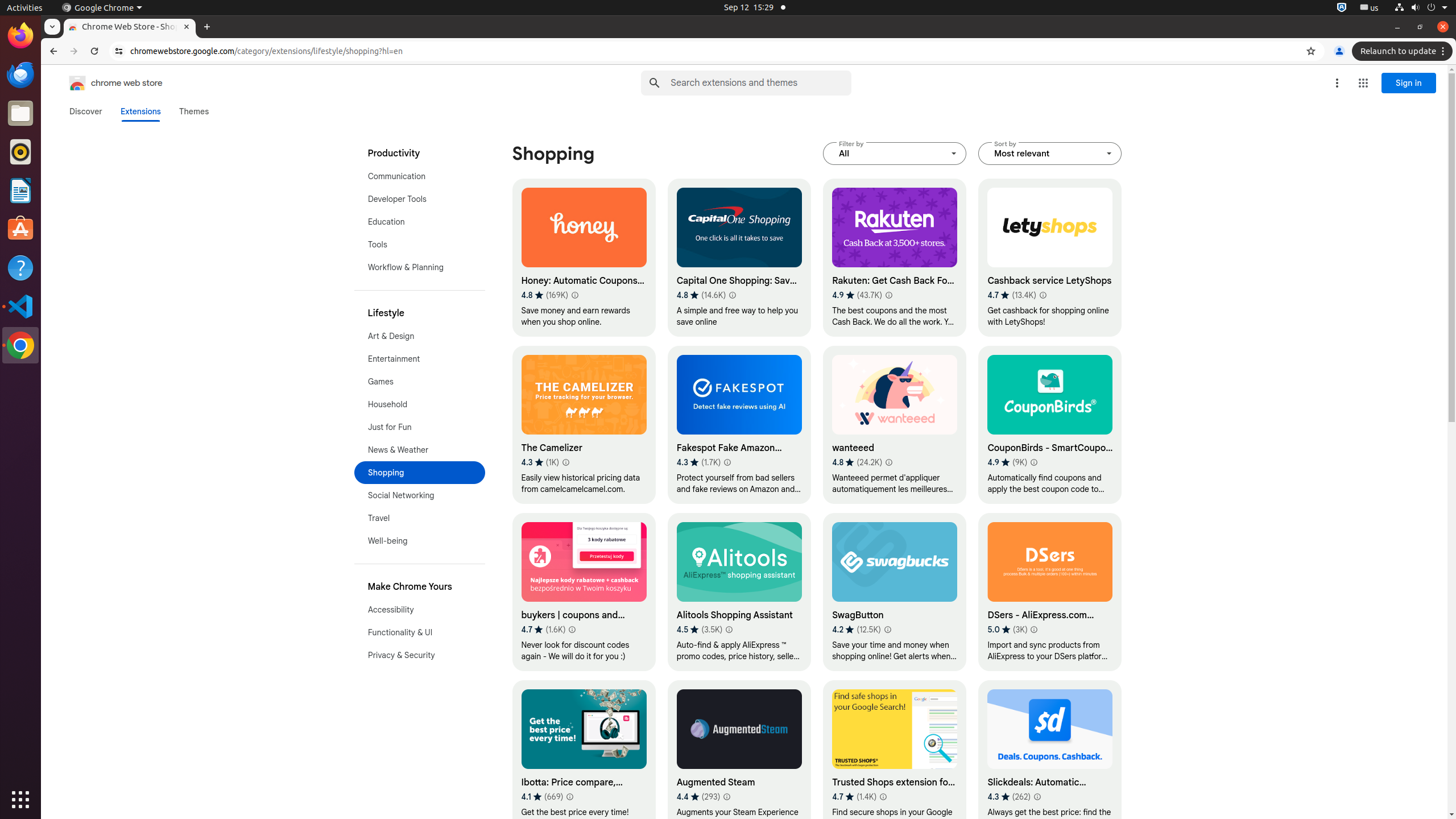 Image resolution: width=1456 pixels, height=819 pixels. What do you see at coordinates (20, 189) in the screenshot?
I see `'LibreOffice Writer'` at bounding box center [20, 189].